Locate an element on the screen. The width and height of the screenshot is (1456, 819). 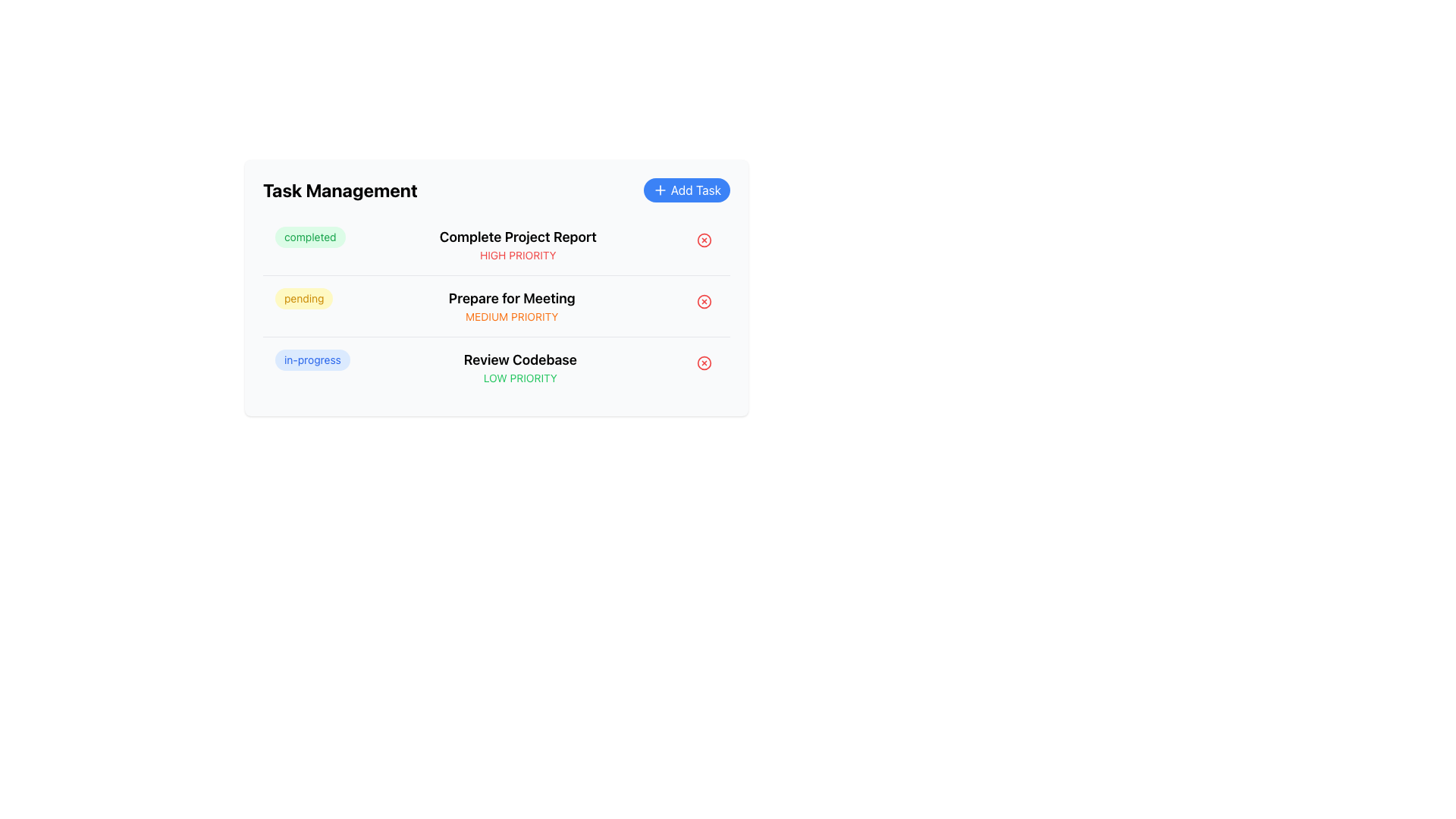
the text display labeled 'Review Codebase' indicating a low priority task in the 'in-progress' section of the task management system is located at coordinates (520, 368).